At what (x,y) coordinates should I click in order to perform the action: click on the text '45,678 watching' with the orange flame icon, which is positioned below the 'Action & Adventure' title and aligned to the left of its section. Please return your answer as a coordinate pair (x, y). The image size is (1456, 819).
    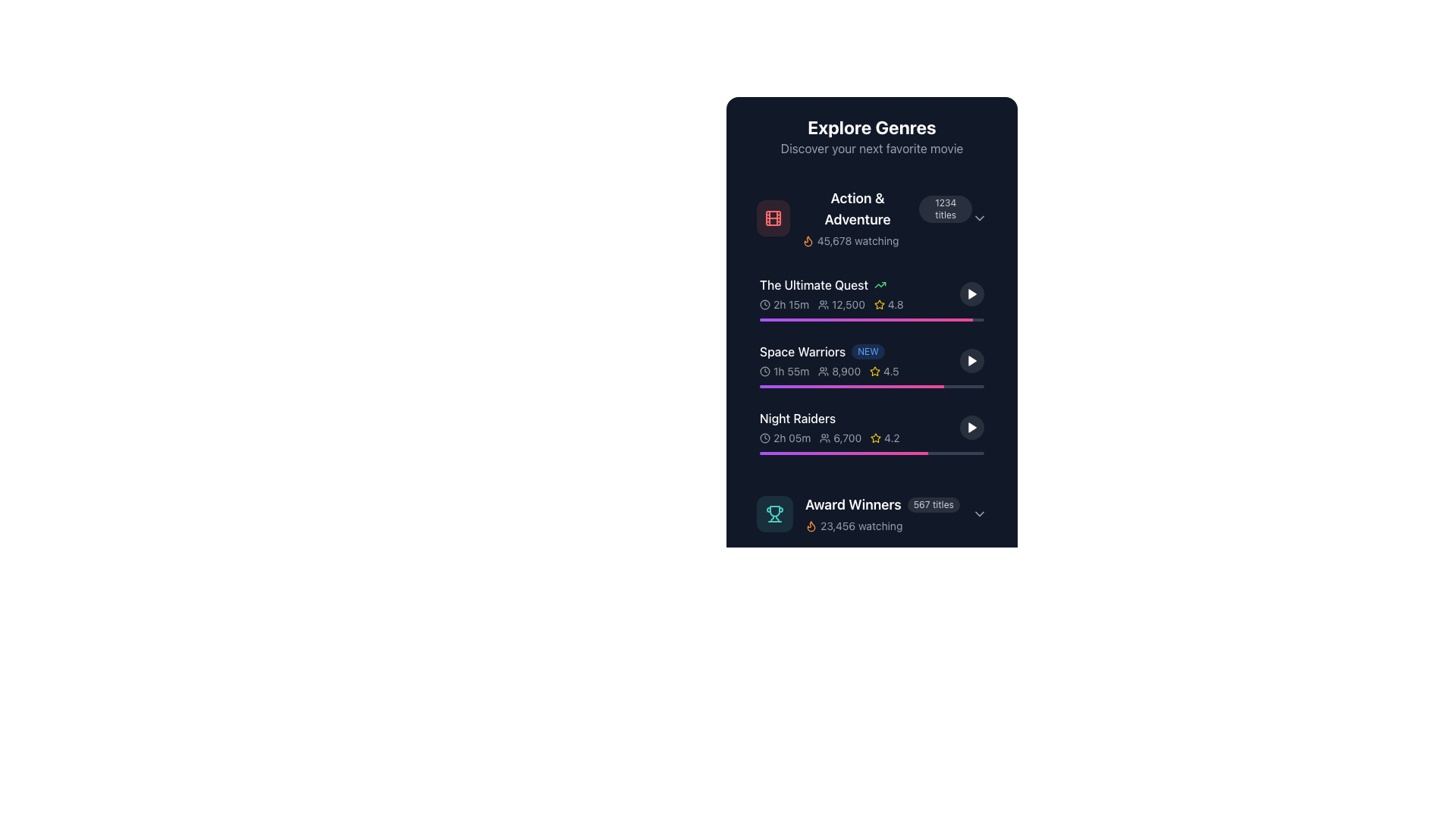
    Looking at the image, I should click on (850, 240).